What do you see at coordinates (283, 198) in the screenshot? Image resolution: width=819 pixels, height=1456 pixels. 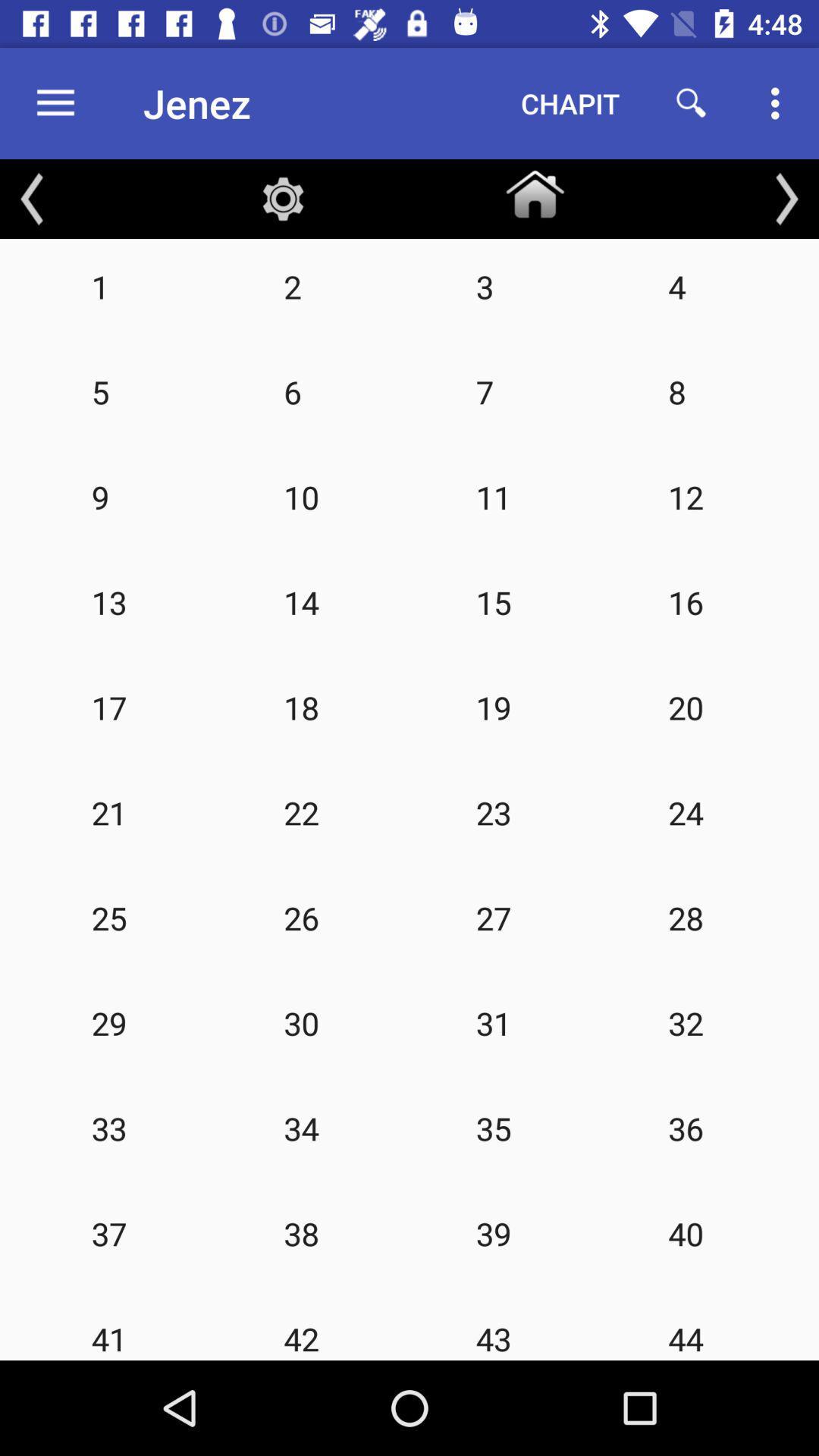 I see `the settings icon` at bounding box center [283, 198].